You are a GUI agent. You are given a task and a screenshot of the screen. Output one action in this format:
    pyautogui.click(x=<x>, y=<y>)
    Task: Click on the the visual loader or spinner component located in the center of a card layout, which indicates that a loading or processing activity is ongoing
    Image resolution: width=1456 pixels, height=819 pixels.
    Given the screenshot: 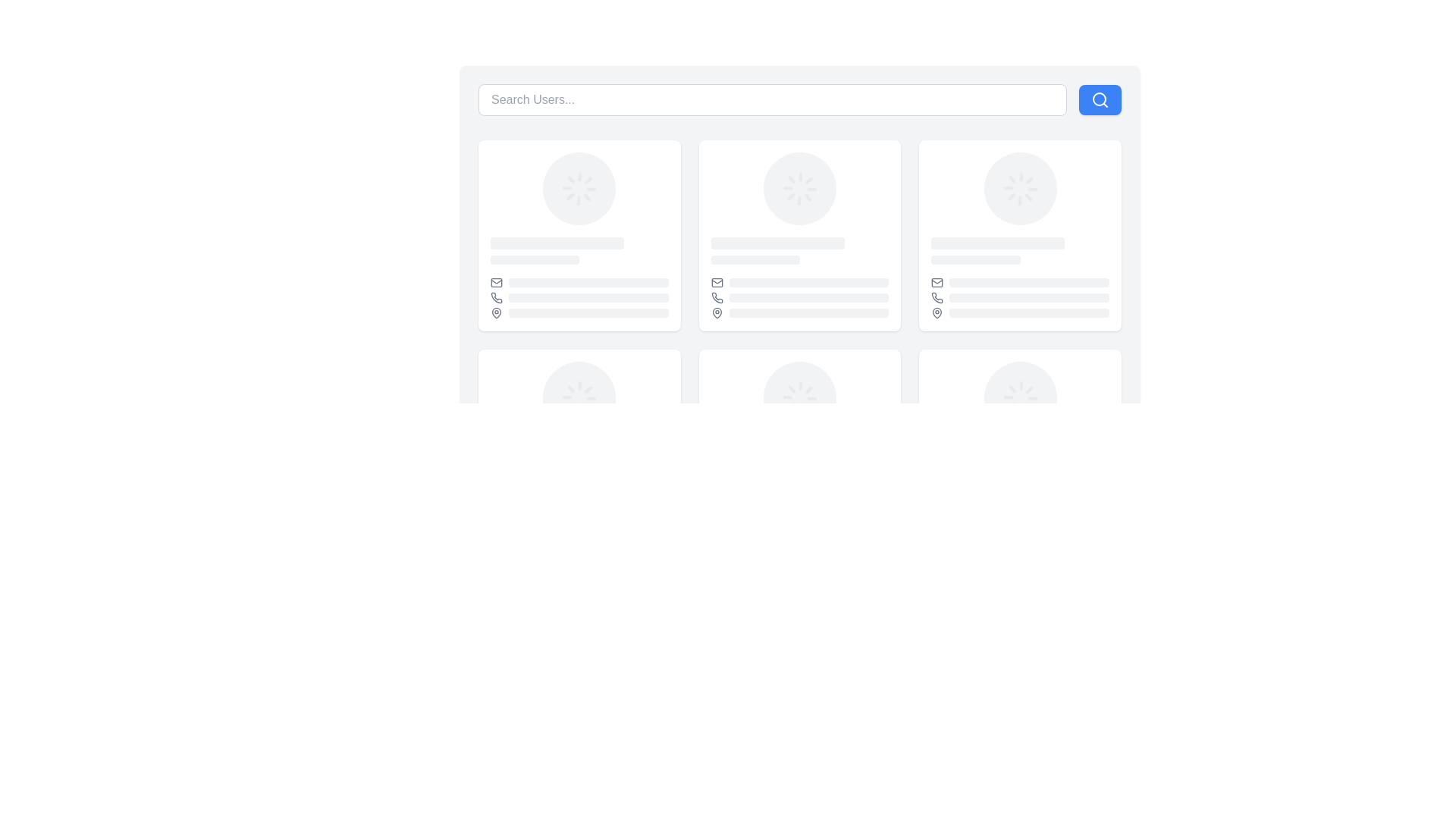 What is the action you would take?
    pyautogui.click(x=579, y=397)
    